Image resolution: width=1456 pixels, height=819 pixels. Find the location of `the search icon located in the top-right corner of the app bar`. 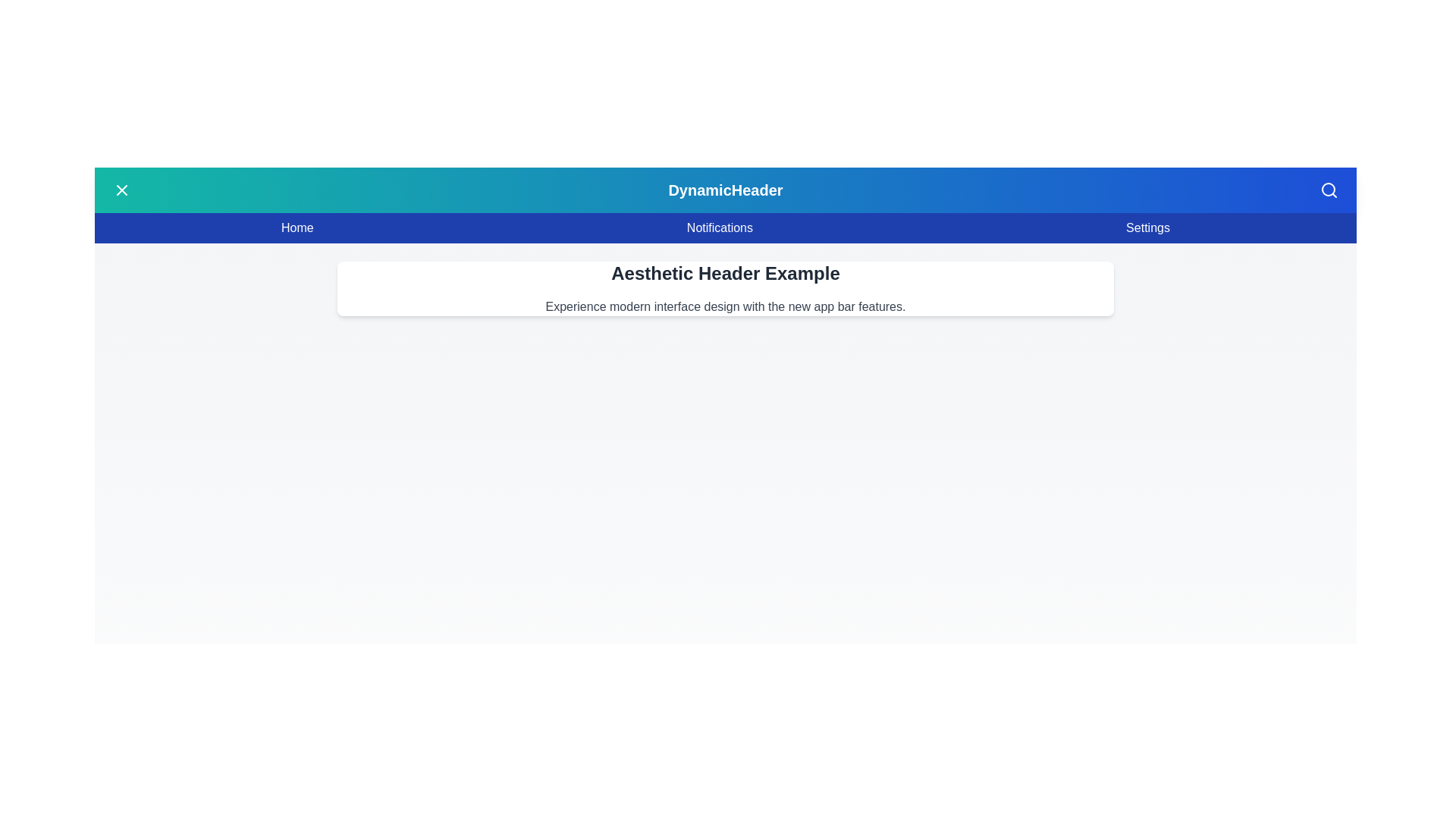

the search icon located in the top-right corner of the app bar is located at coordinates (1328, 189).